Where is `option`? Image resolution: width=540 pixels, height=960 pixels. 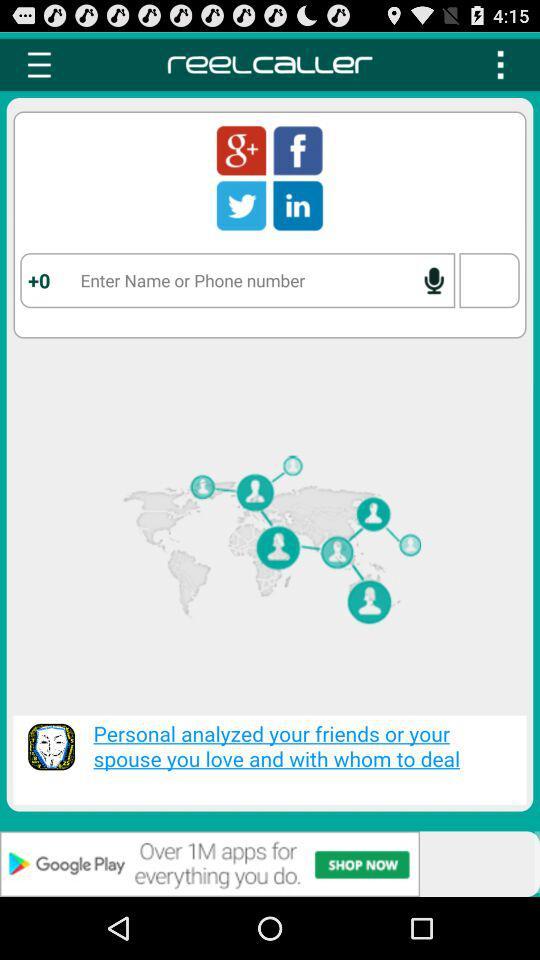 option is located at coordinates (499, 64).